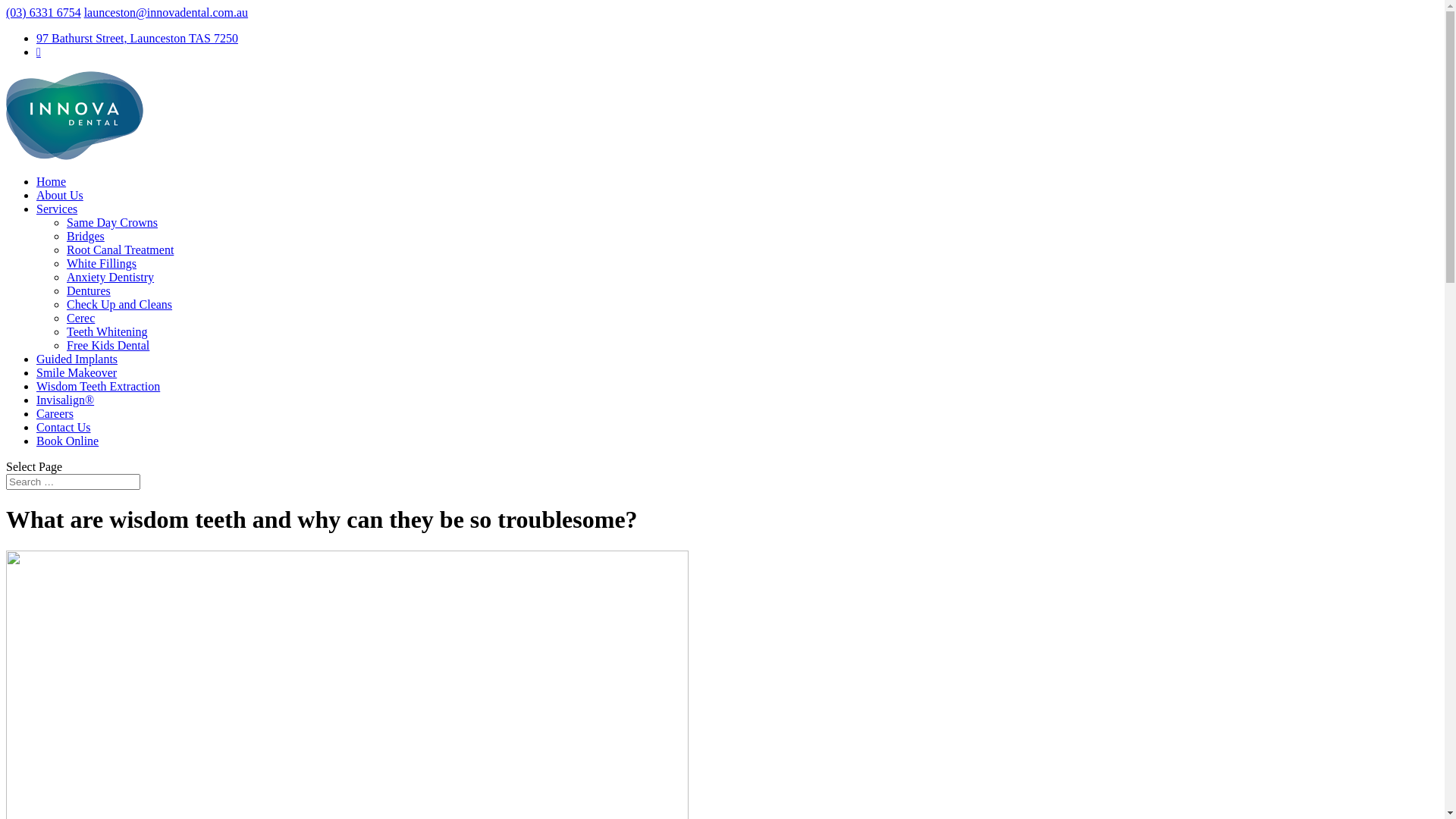 The image size is (1456, 819). Describe the element at coordinates (59, 194) in the screenshot. I see `'About Us'` at that location.